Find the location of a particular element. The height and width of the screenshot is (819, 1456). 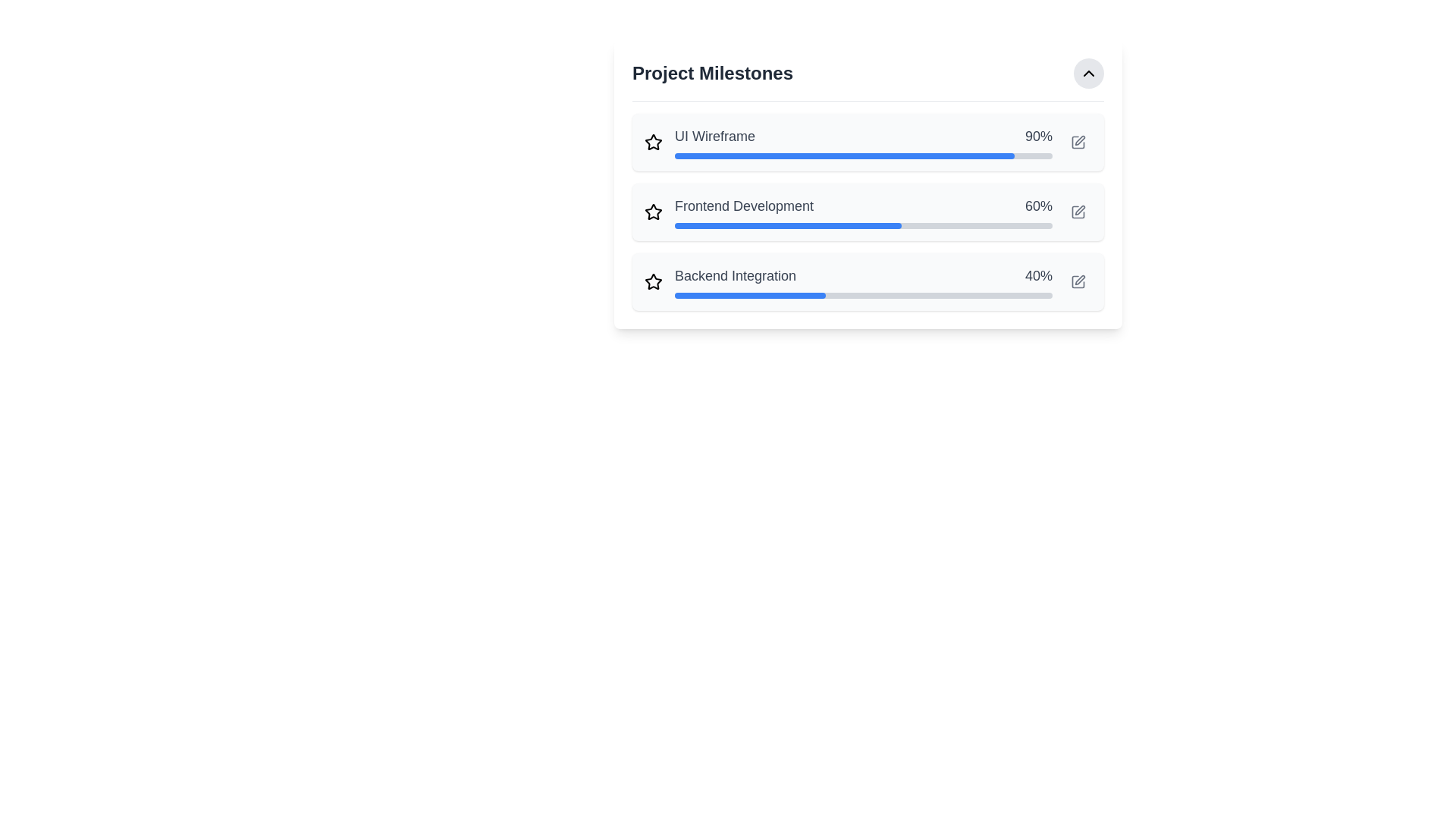

the editing icon represented by a pen or pencil located at the top-right corner of the 'UI Wireframe' milestone progress bar is located at coordinates (1079, 140).